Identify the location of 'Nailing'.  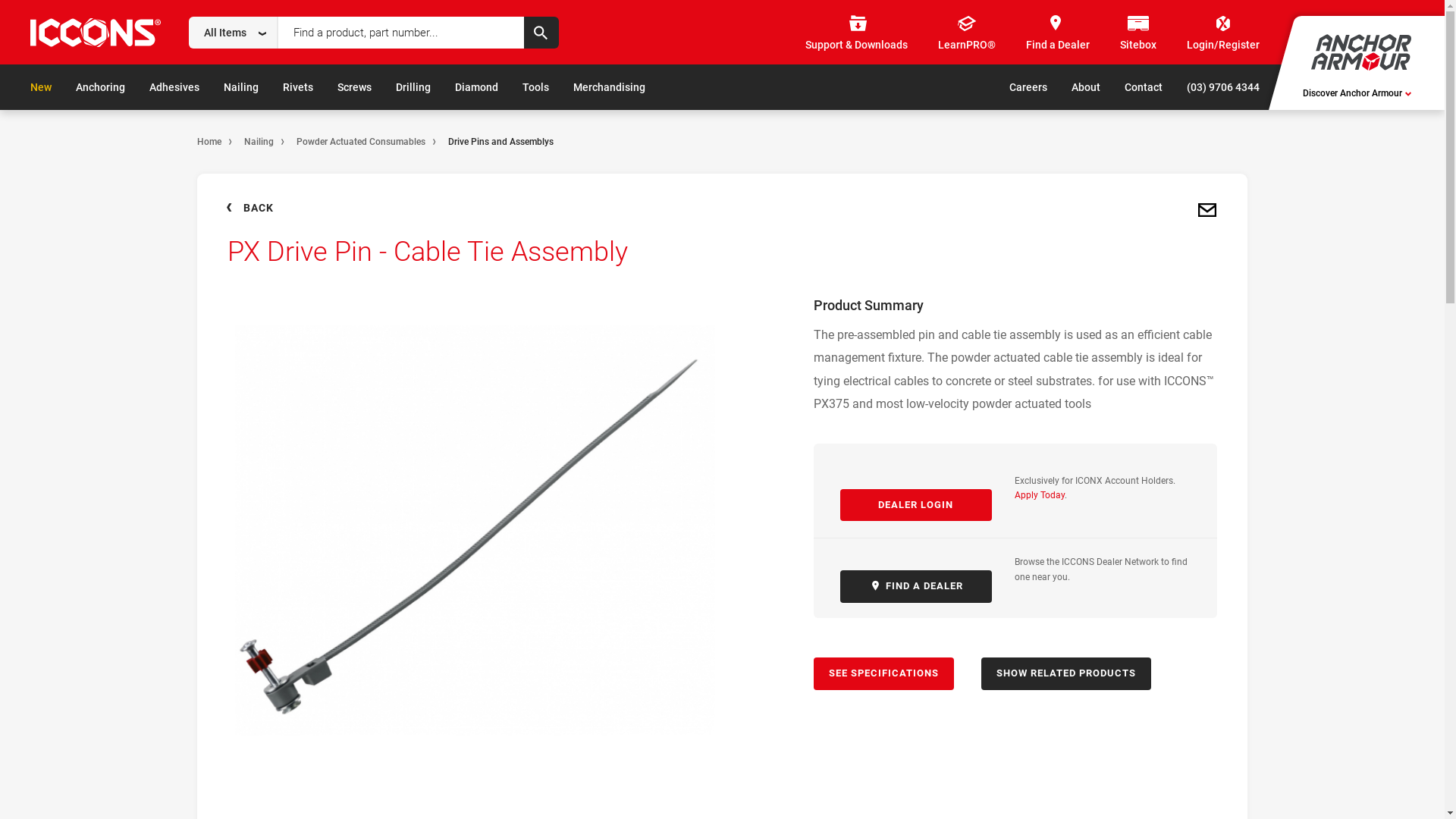
(259, 141).